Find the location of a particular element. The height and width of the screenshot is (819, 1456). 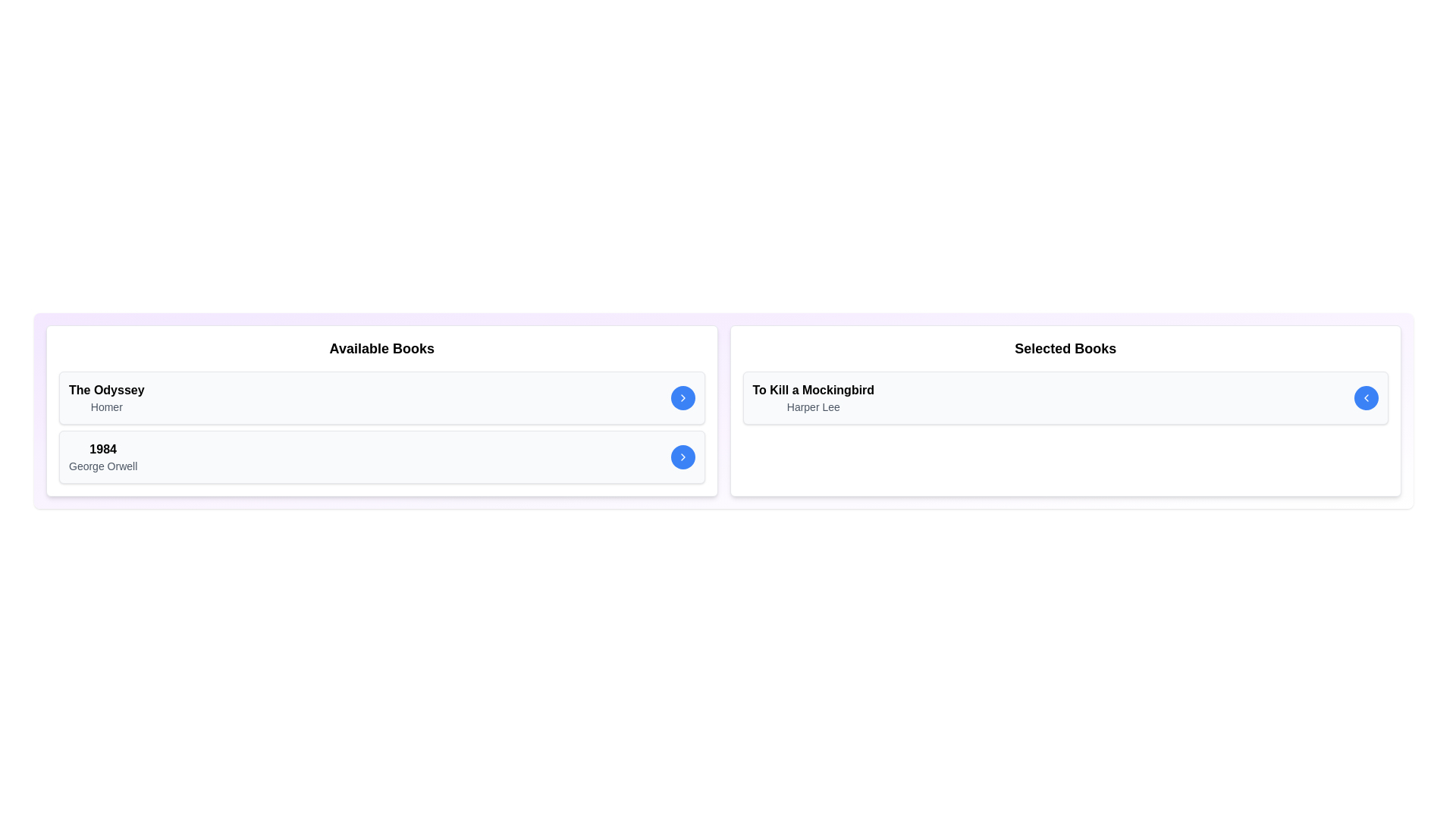

arrow button for the book titled 'The Odyssey' to transfer it to the other list is located at coordinates (682, 397).